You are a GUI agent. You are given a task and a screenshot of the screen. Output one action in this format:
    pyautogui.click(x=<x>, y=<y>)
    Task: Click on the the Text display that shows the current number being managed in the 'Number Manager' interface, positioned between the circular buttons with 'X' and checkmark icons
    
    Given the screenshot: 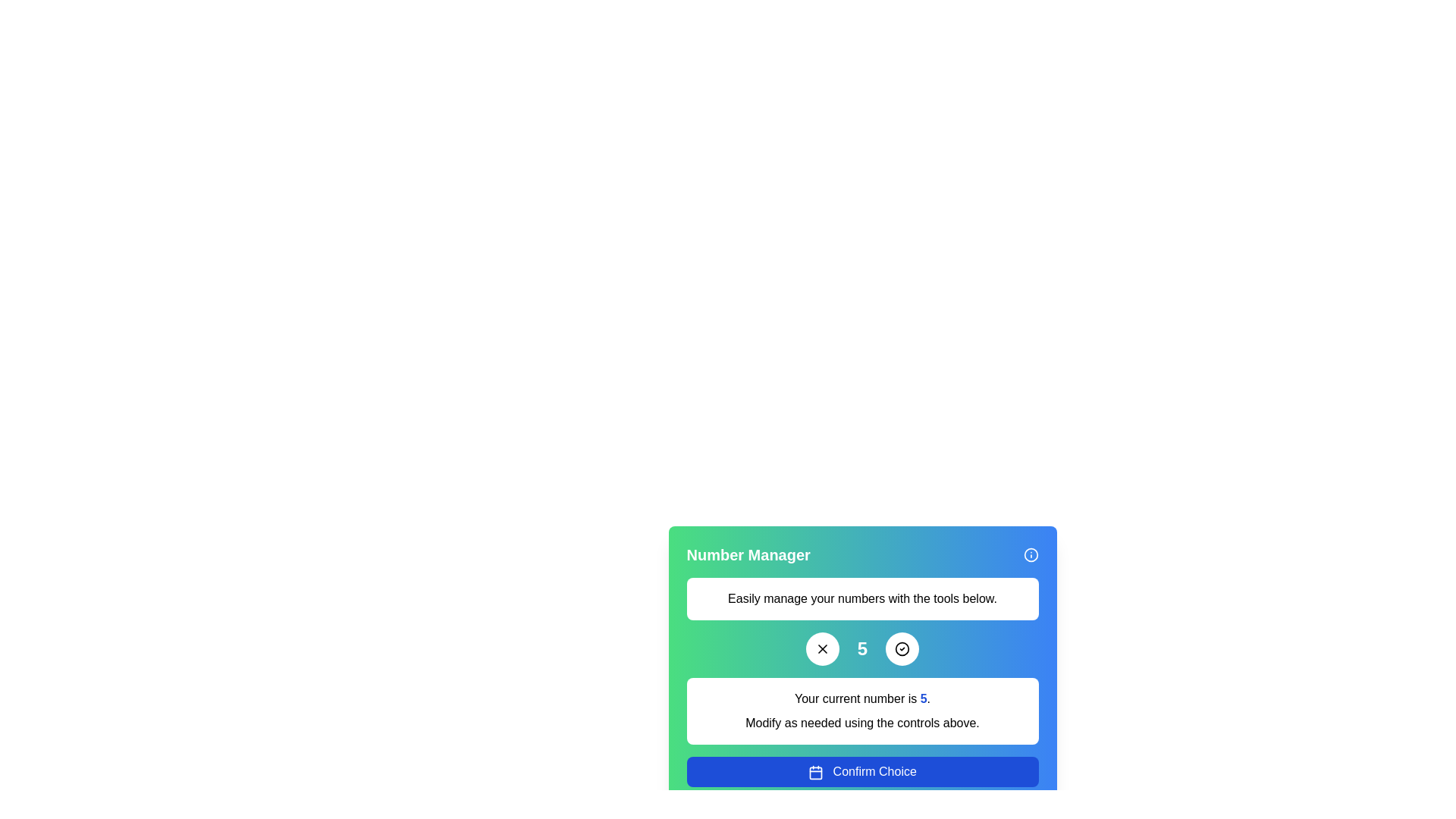 What is the action you would take?
    pyautogui.click(x=862, y=648)
    